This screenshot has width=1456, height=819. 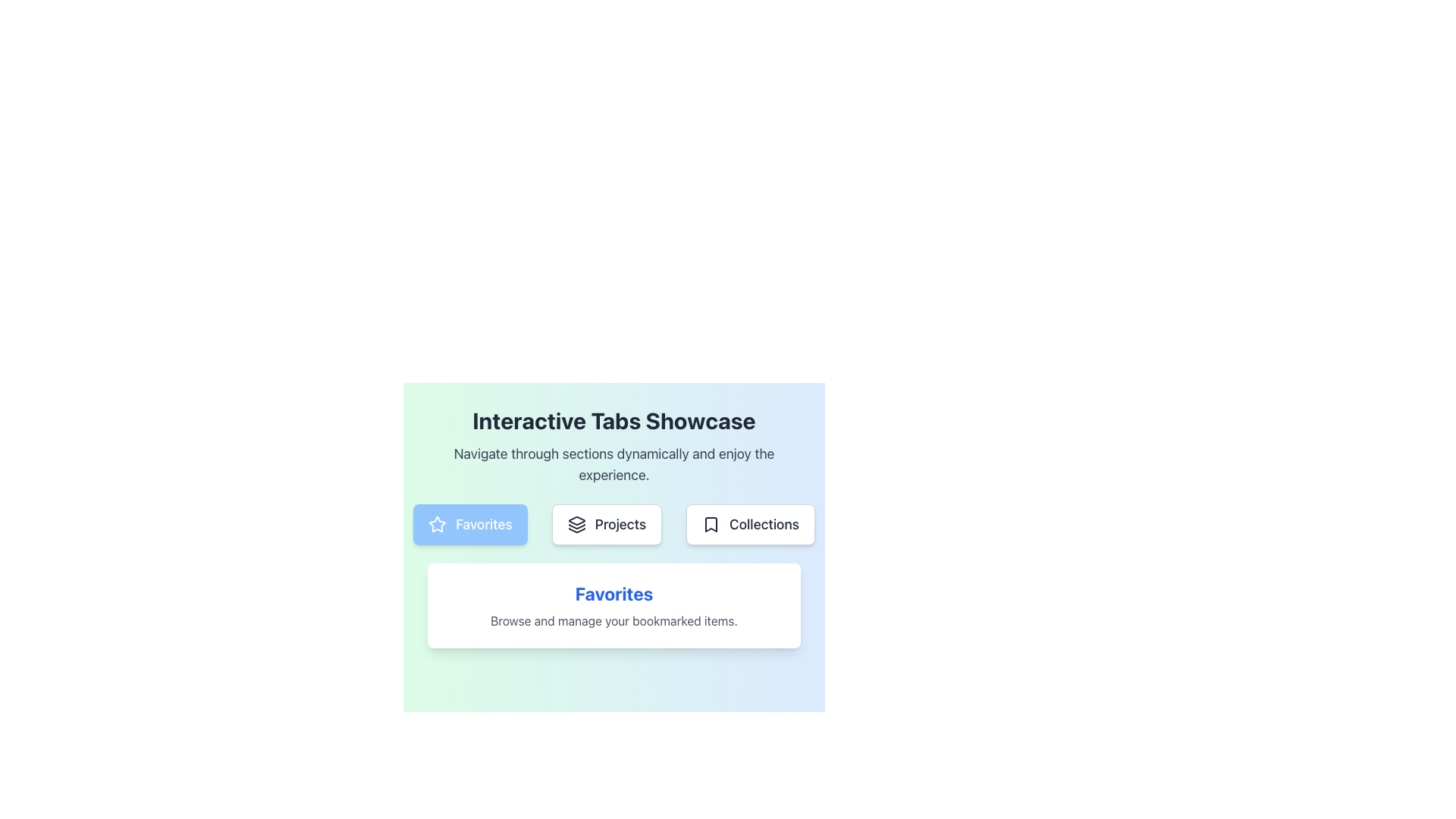 What do you see at coordinates (437, 523) in the screenshot?
I see `the star icon within the 'Favorites' button to perform additional actions` at bounding box center [437, 523].